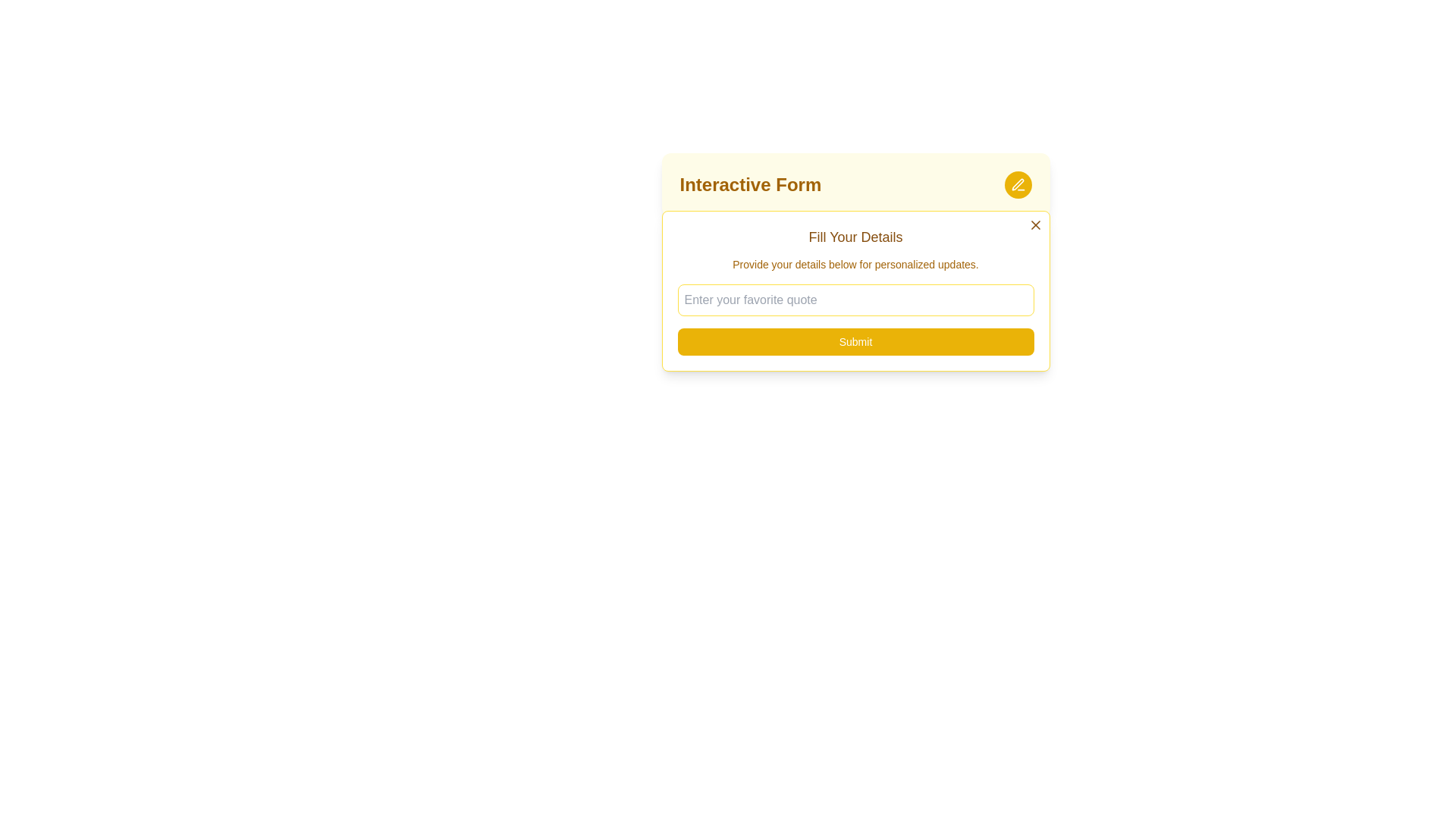 The image size is (1456, 819). What do you see at coordinates (1018, 184) in the screenshot?
I see `the yellow pen icon located in the top-right corner of the 'Interactive Form' popup` at bounding box center [1018, 184].